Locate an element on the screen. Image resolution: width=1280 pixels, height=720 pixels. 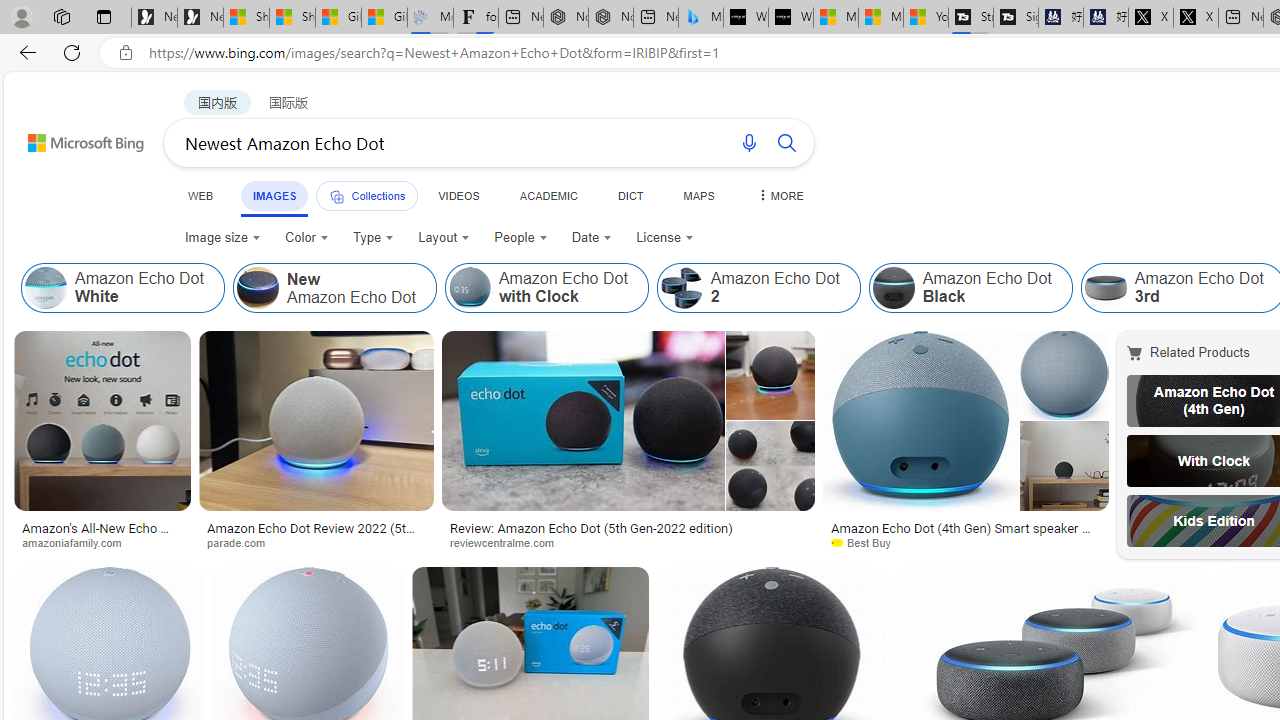
'Amazon Echo Dot 2' is located at coordinates (757, 288).